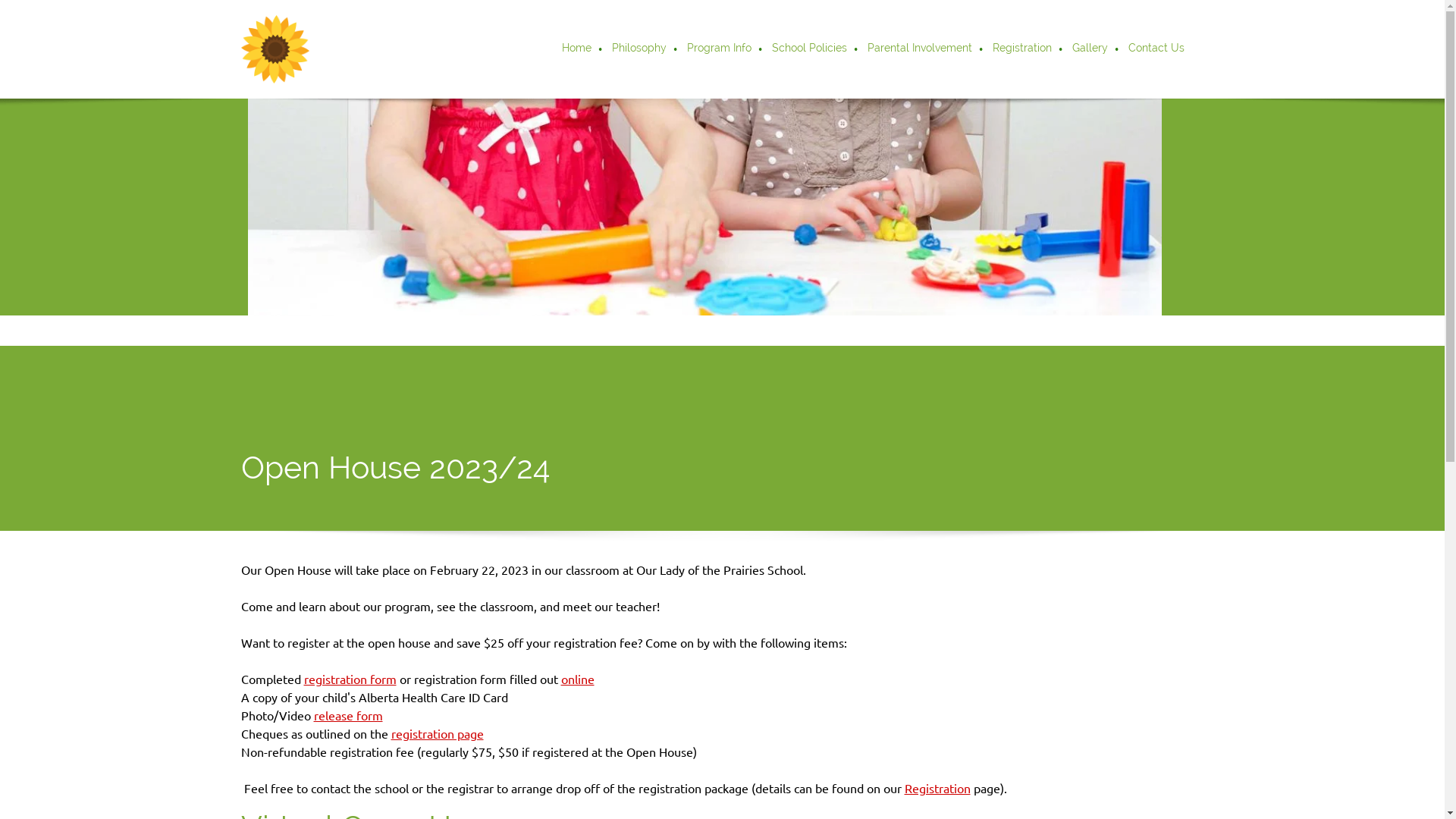  I want to click on 'Home', so click(552, 49).